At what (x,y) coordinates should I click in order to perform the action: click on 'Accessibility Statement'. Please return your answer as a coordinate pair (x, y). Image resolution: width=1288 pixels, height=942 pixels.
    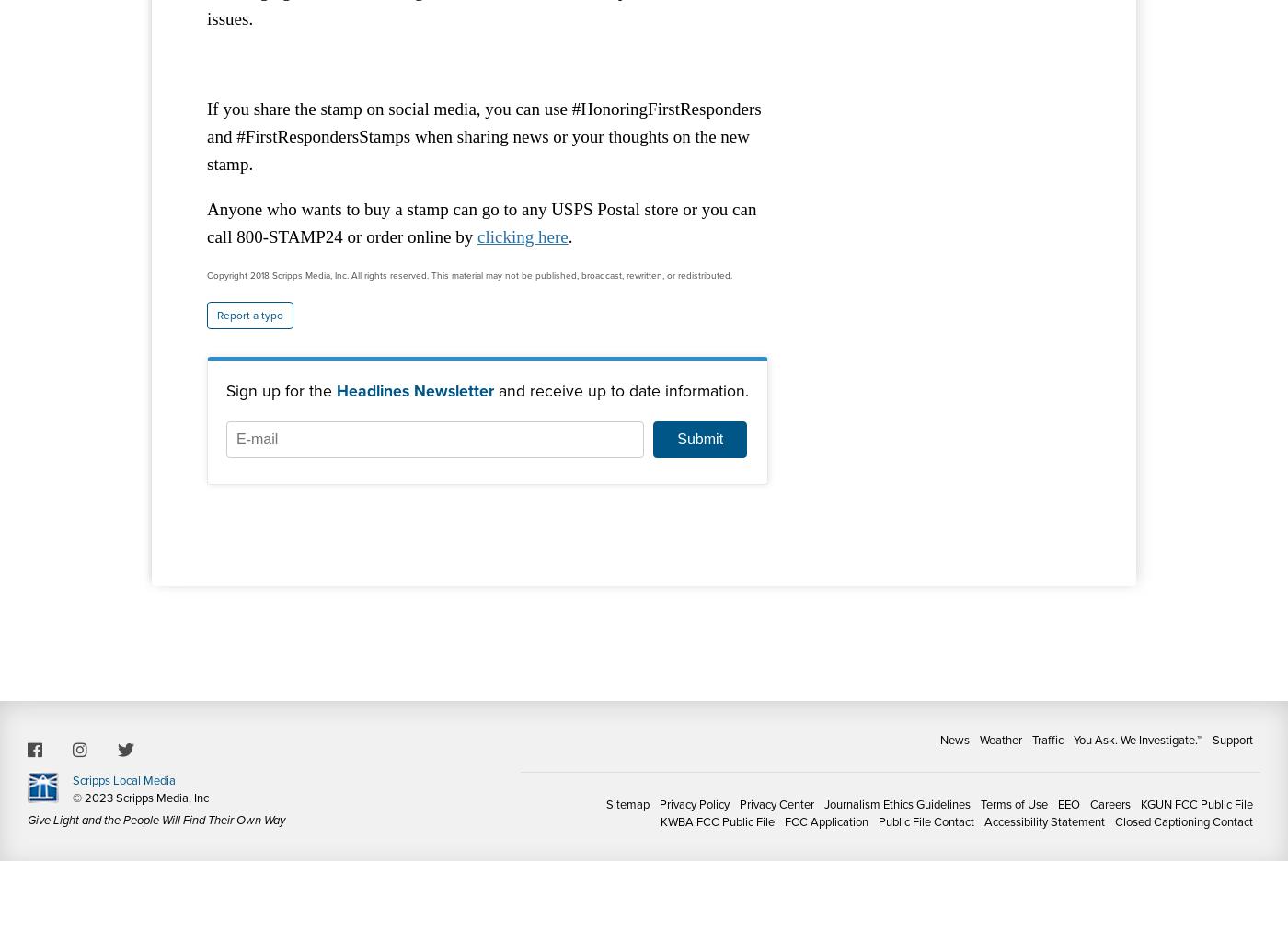
    Looking at the image, I should click on (1044, 821).